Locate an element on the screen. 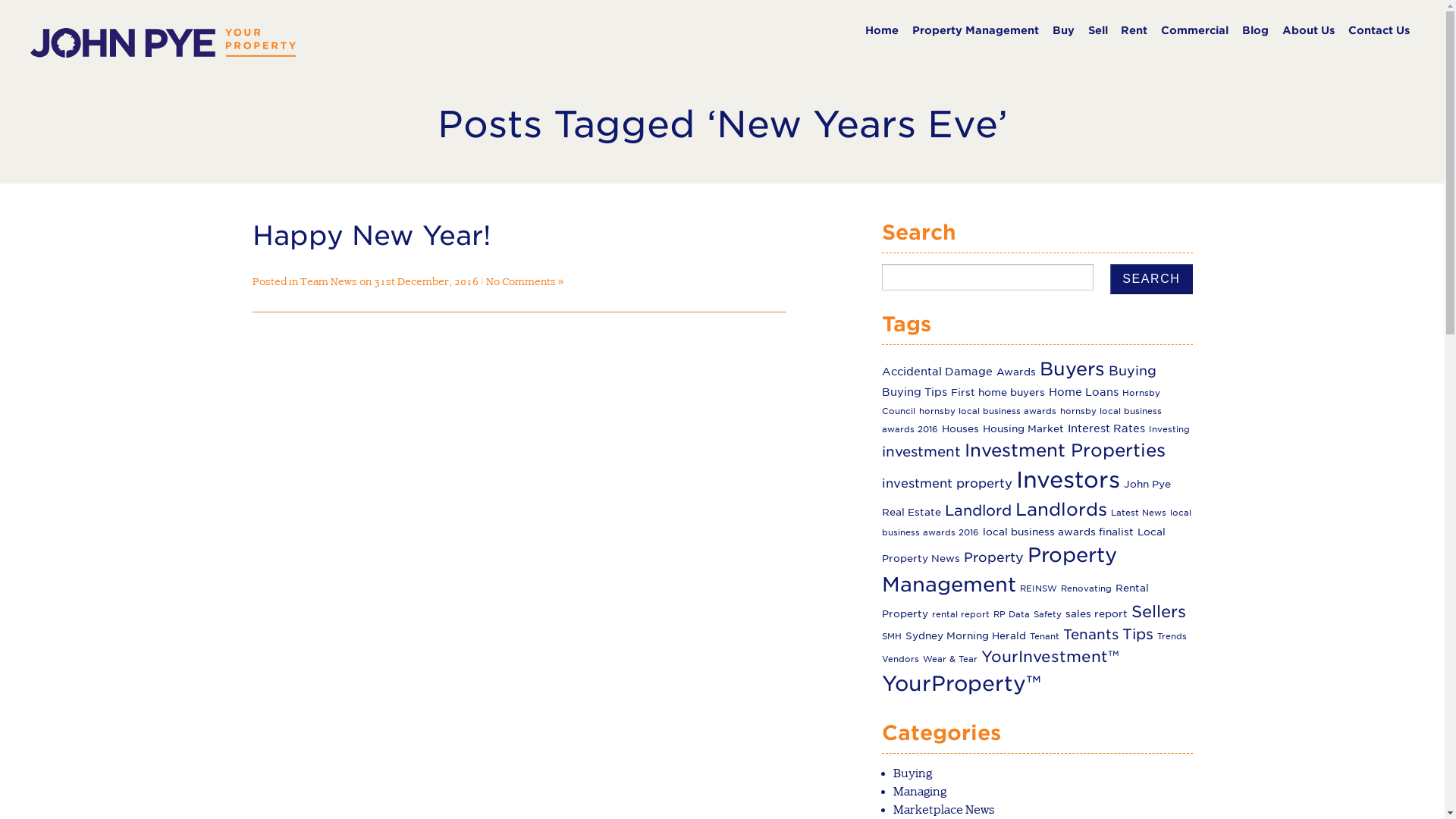  'Investors' is located at coordinates (1067, 479).